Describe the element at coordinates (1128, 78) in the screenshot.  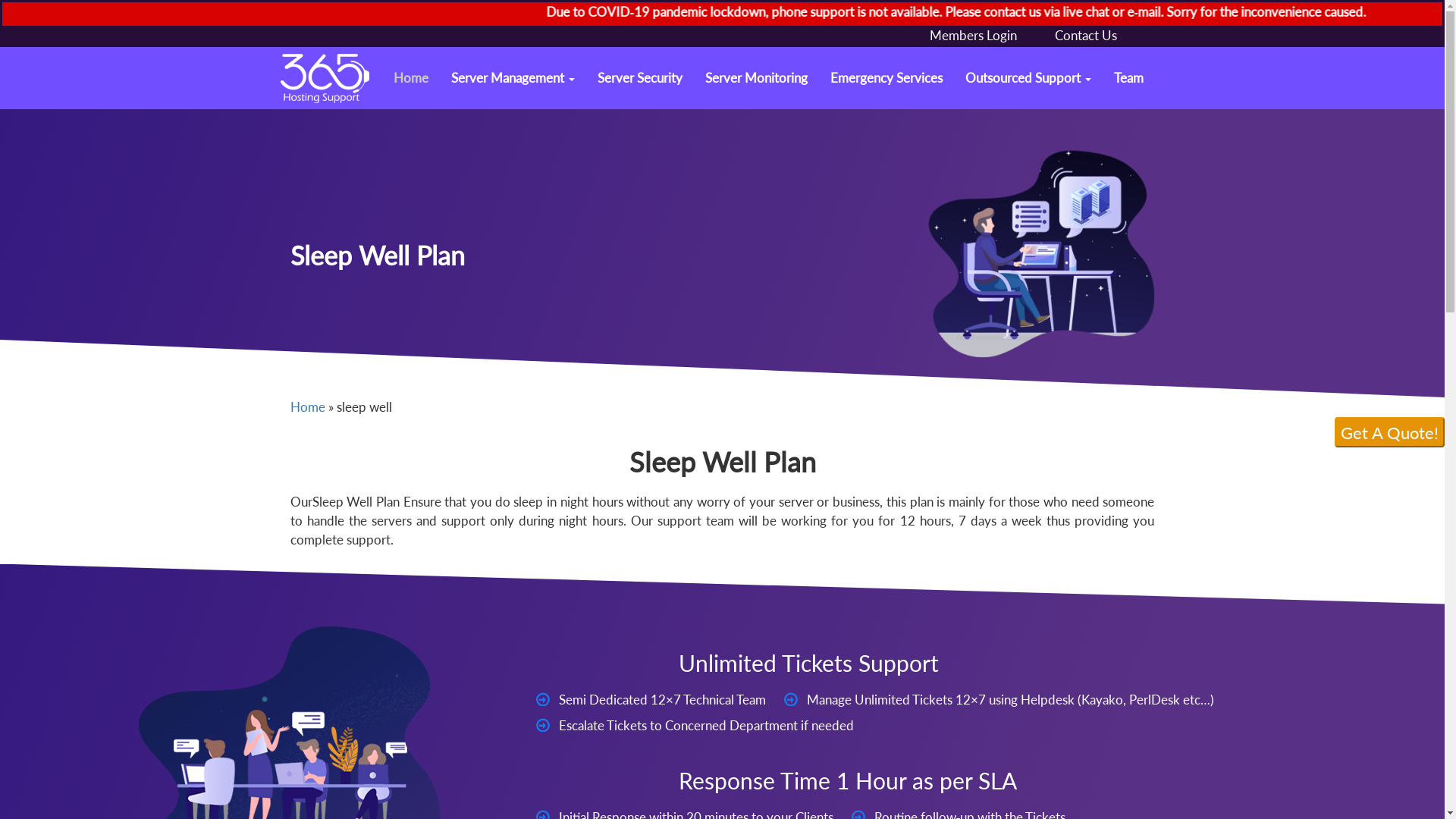
I see `'Team'` at that location.